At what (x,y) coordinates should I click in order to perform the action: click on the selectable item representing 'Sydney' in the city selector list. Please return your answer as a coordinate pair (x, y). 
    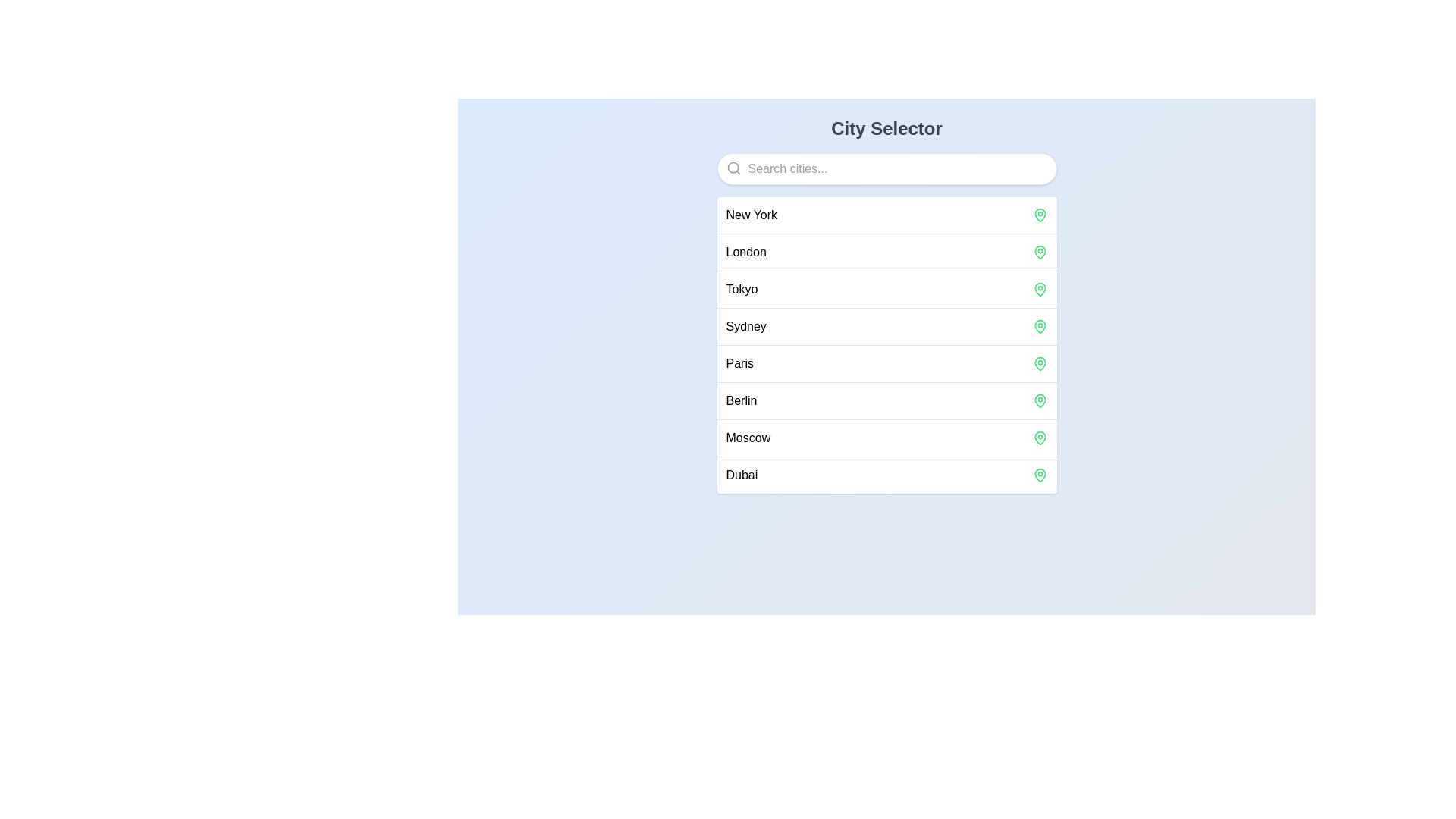
    Looking at the image, I should click on (886, 325).